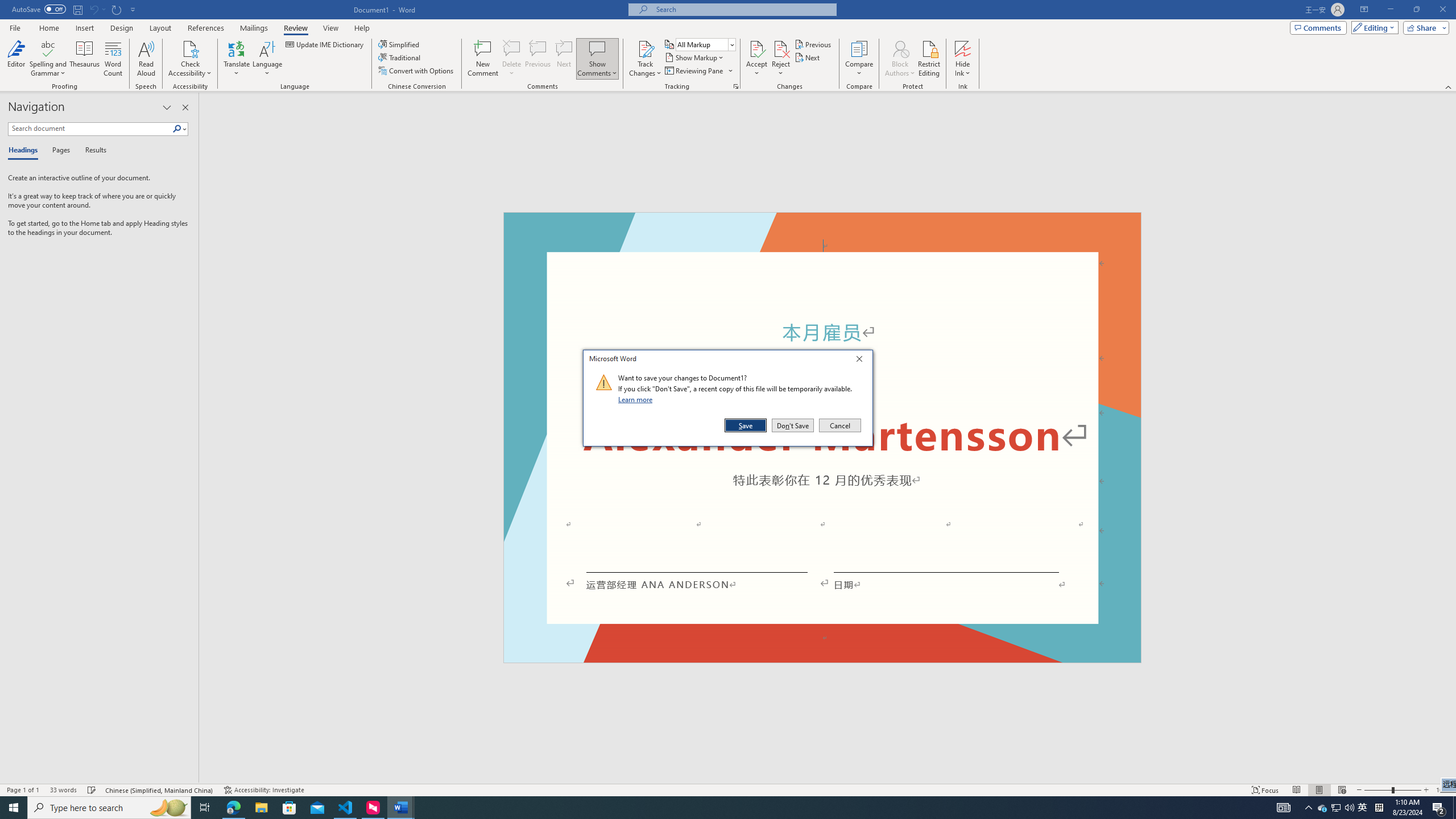 This screenshot has height=819, width=1456. I want to click on 'Simplified', so click(400, 44).